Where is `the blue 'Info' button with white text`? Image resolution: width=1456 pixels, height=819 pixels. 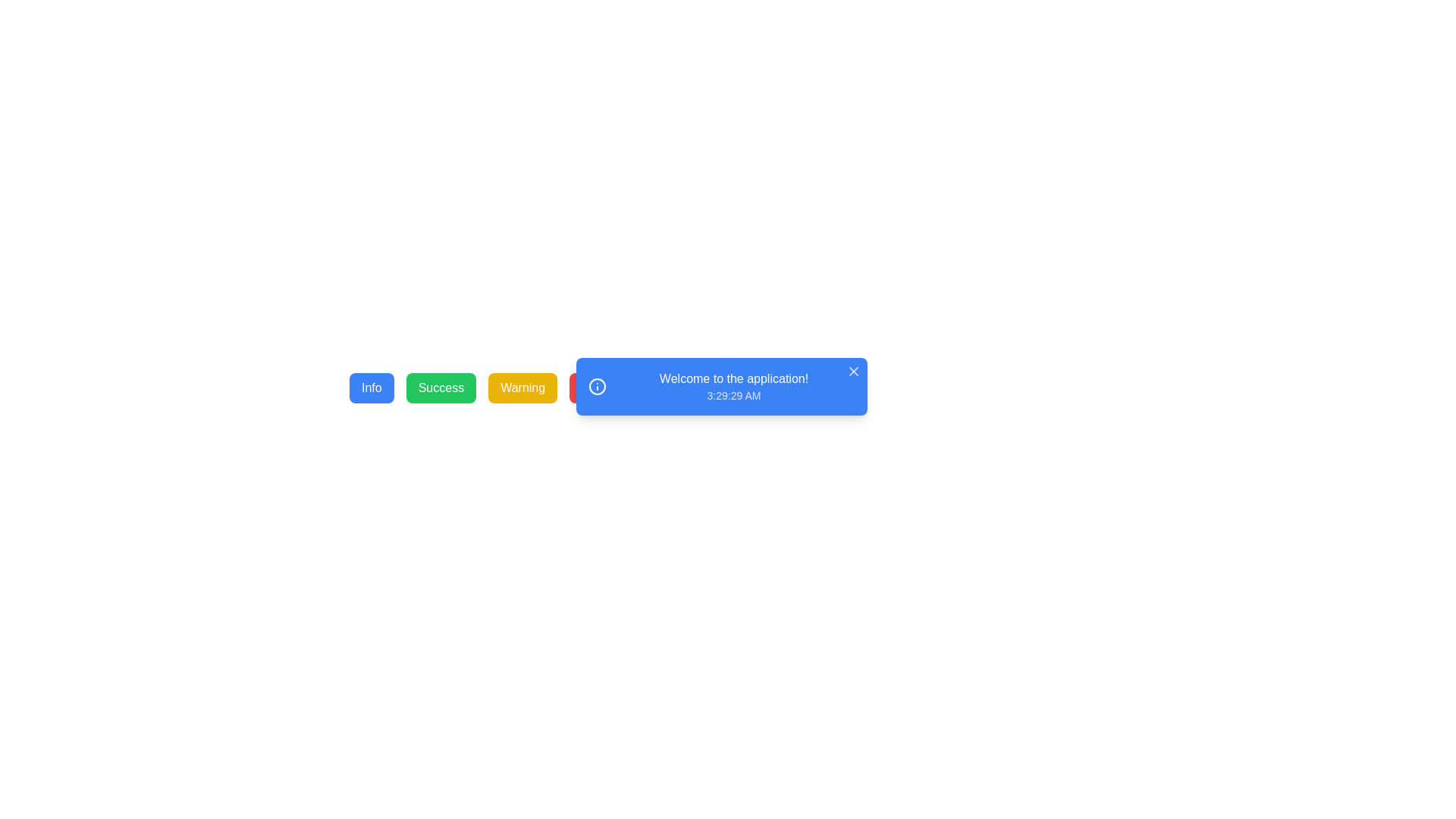 the blue 'Info' button with white text is located at coordinates (372, 388).